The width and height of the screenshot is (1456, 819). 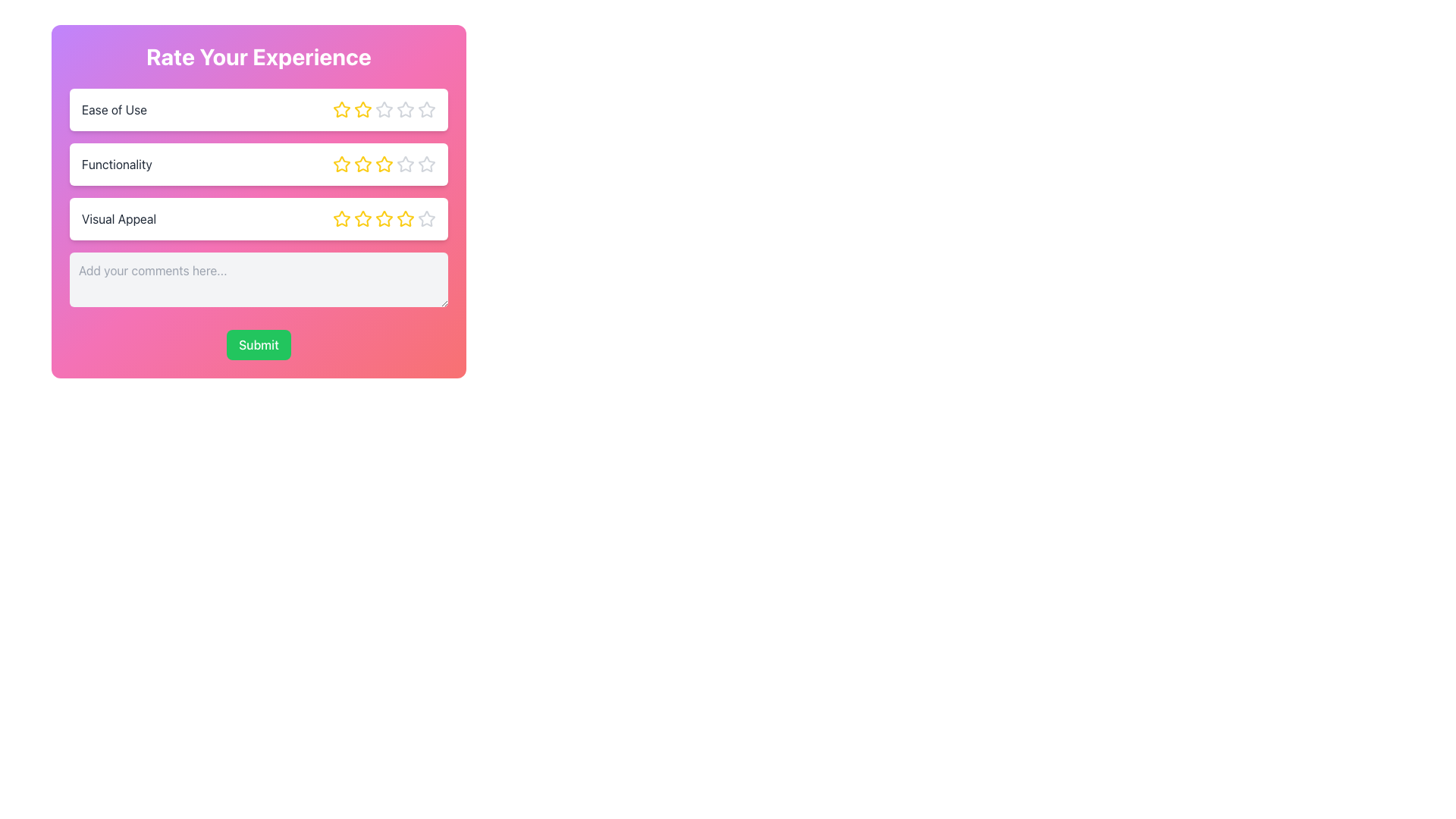 What do you see at coordinates (425, 108) in the screenshot?
I see `the fifth star icon button for the 'Ease of Use' rating` at bounding box center [425, 108].